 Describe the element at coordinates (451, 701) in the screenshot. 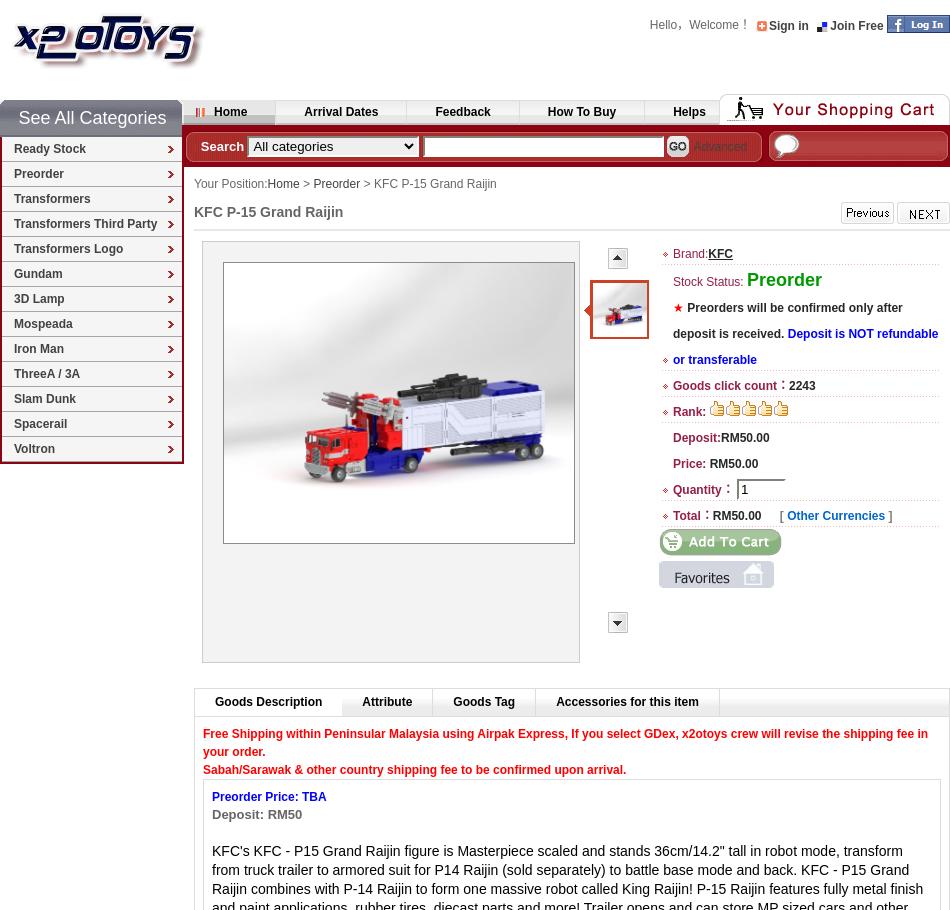

I see `'Goods Tag'` at that location.